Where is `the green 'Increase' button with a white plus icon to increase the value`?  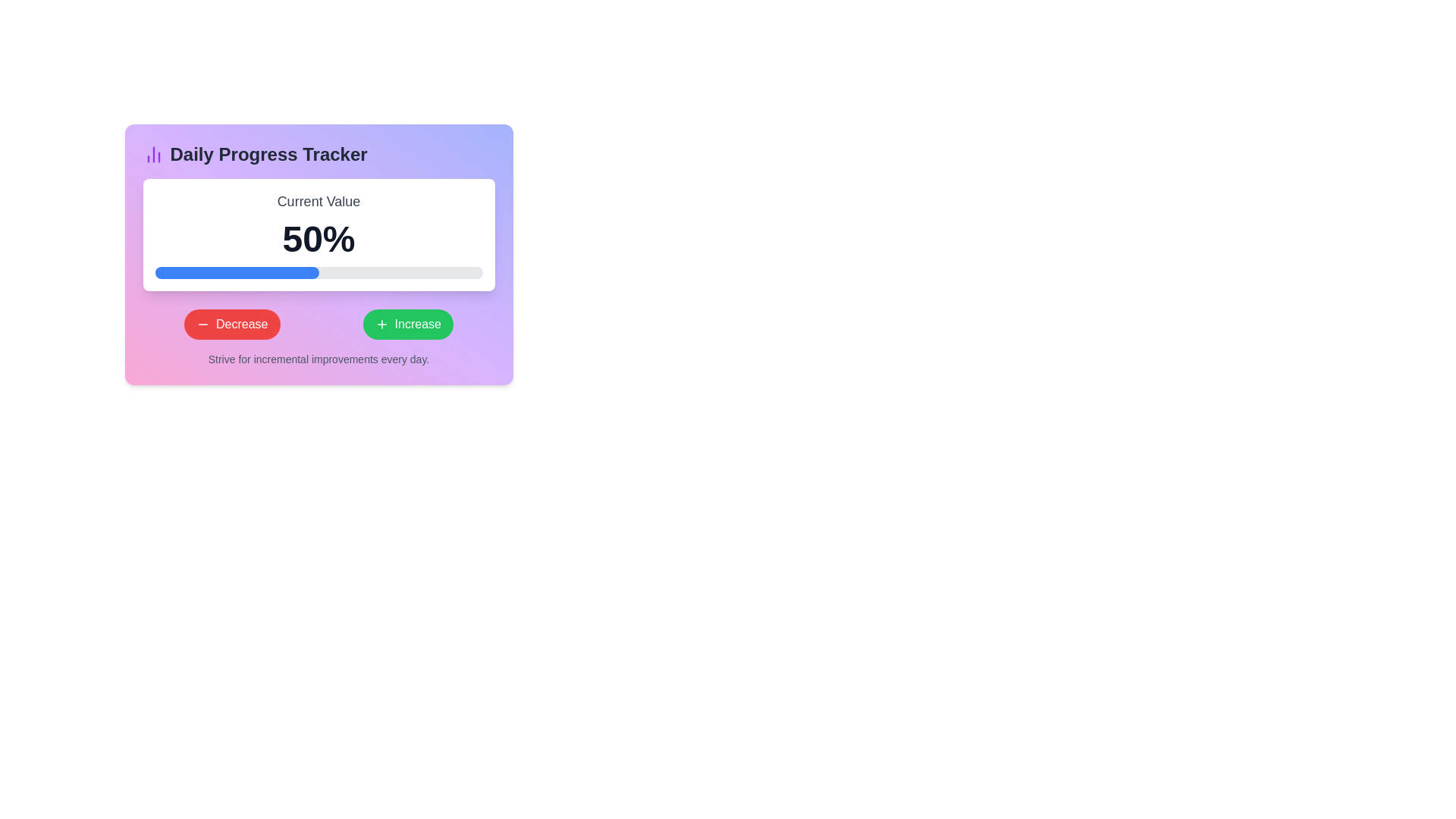
the green 'Increase' button with a white plus icon to increase the value is located at coordinates (408, 324).